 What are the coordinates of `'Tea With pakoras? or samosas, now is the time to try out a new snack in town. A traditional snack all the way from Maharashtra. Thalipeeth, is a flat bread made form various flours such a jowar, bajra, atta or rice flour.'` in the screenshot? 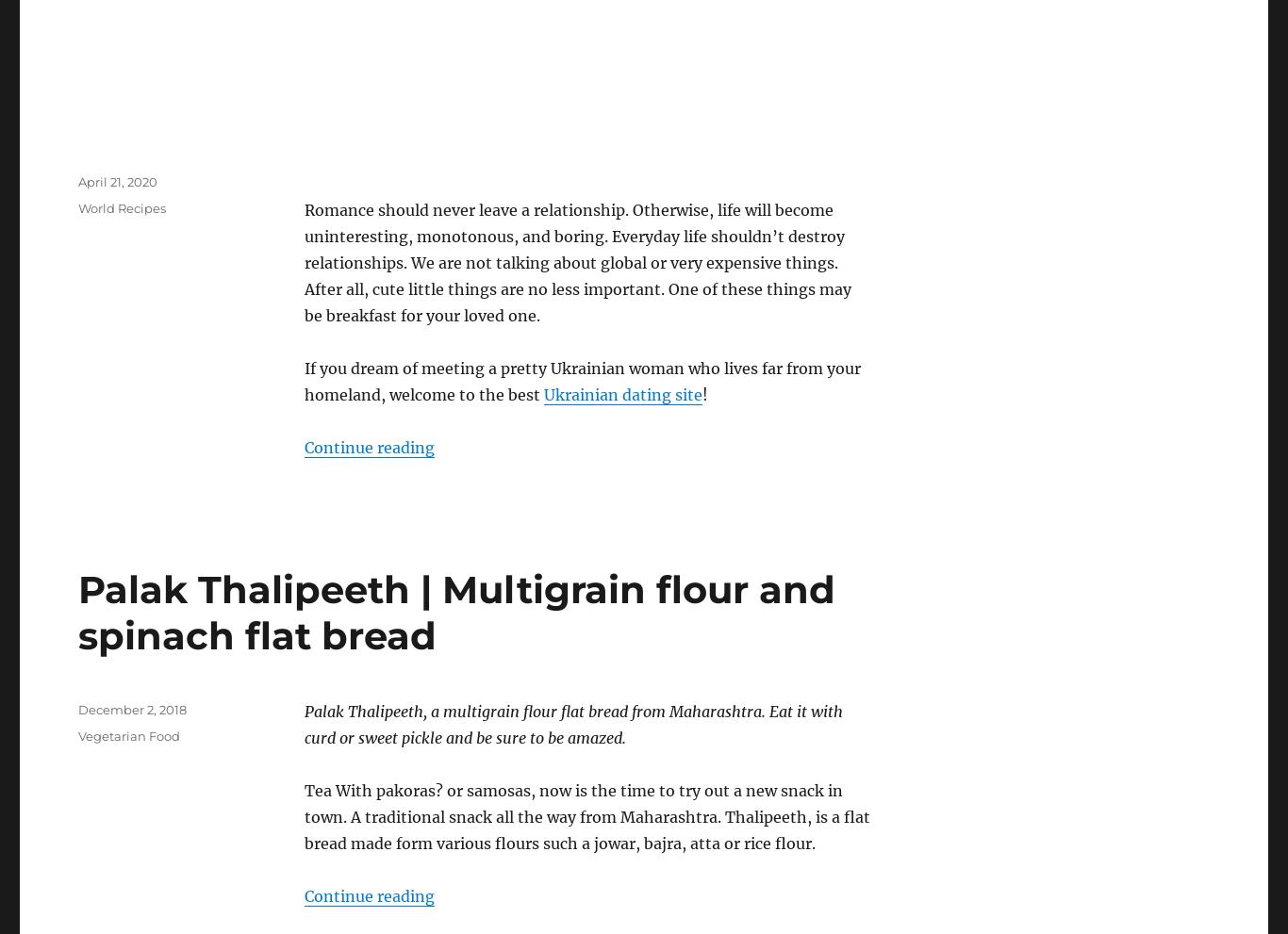 It's located at (586, 816).